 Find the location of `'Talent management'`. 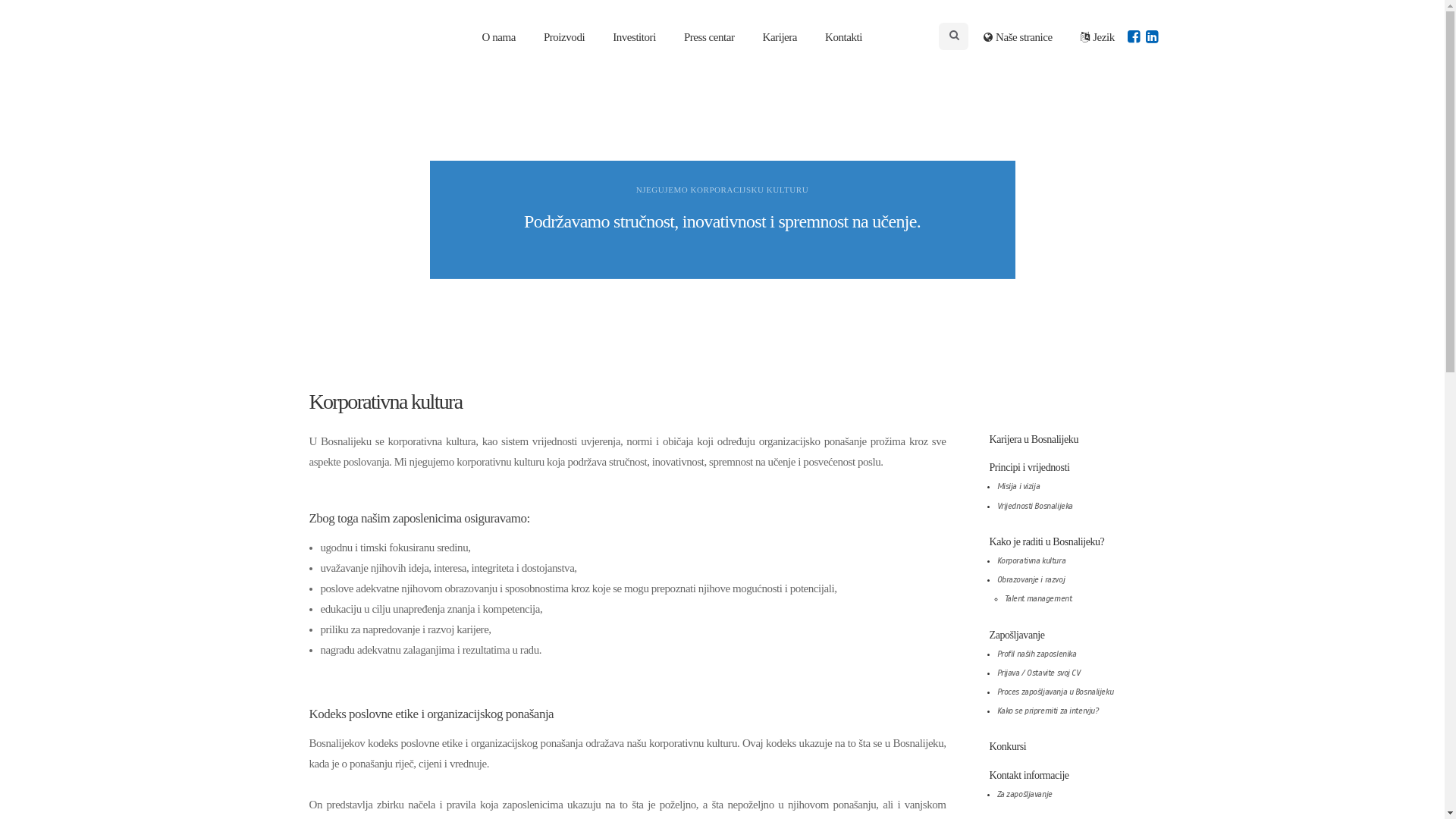

'Talent management' is located at coordinates (1037, 598).